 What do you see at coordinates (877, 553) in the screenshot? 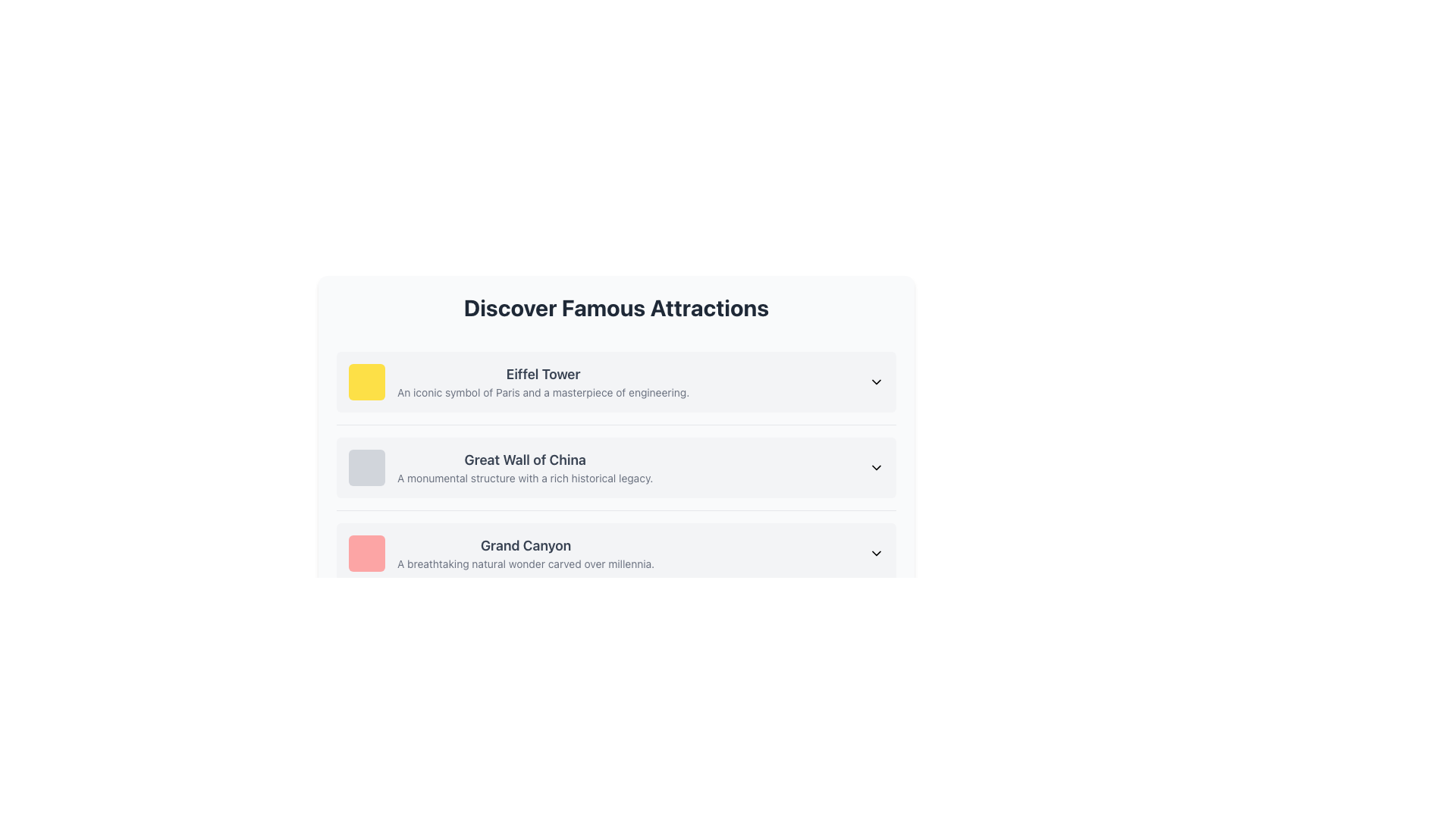
I see `the chevron-down arrow icon at the far-right end of the 'Grand Canyon' item` at bounding box center [877, 553].